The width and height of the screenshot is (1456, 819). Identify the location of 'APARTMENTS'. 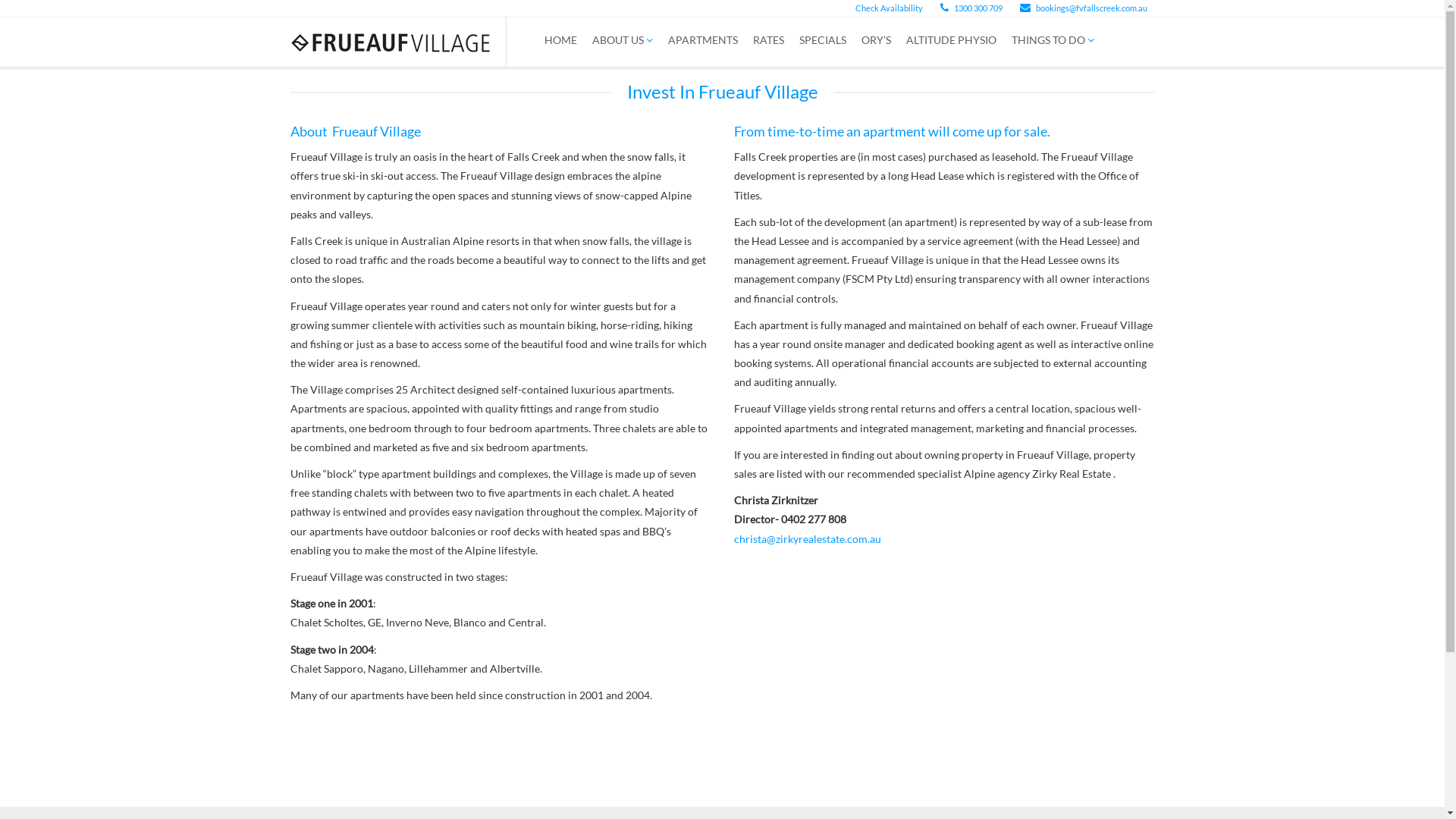
(701, 39).